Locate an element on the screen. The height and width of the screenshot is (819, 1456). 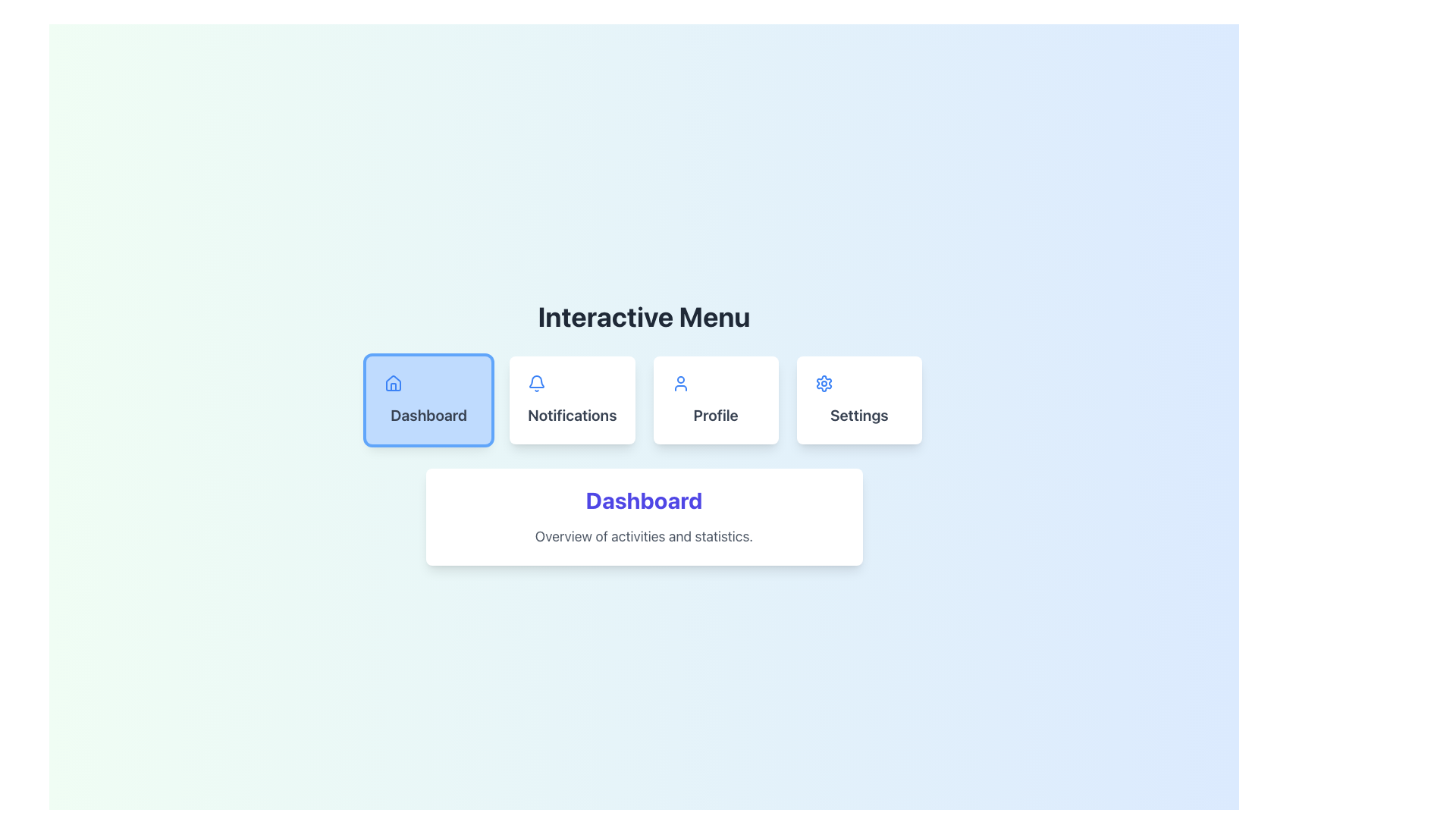
the static text label displaying 'Profile', which is styled in bold dark gray font within a white card with rounded corners, located in the third card from the left in a horizontal row is located at coordinates (715, 415).